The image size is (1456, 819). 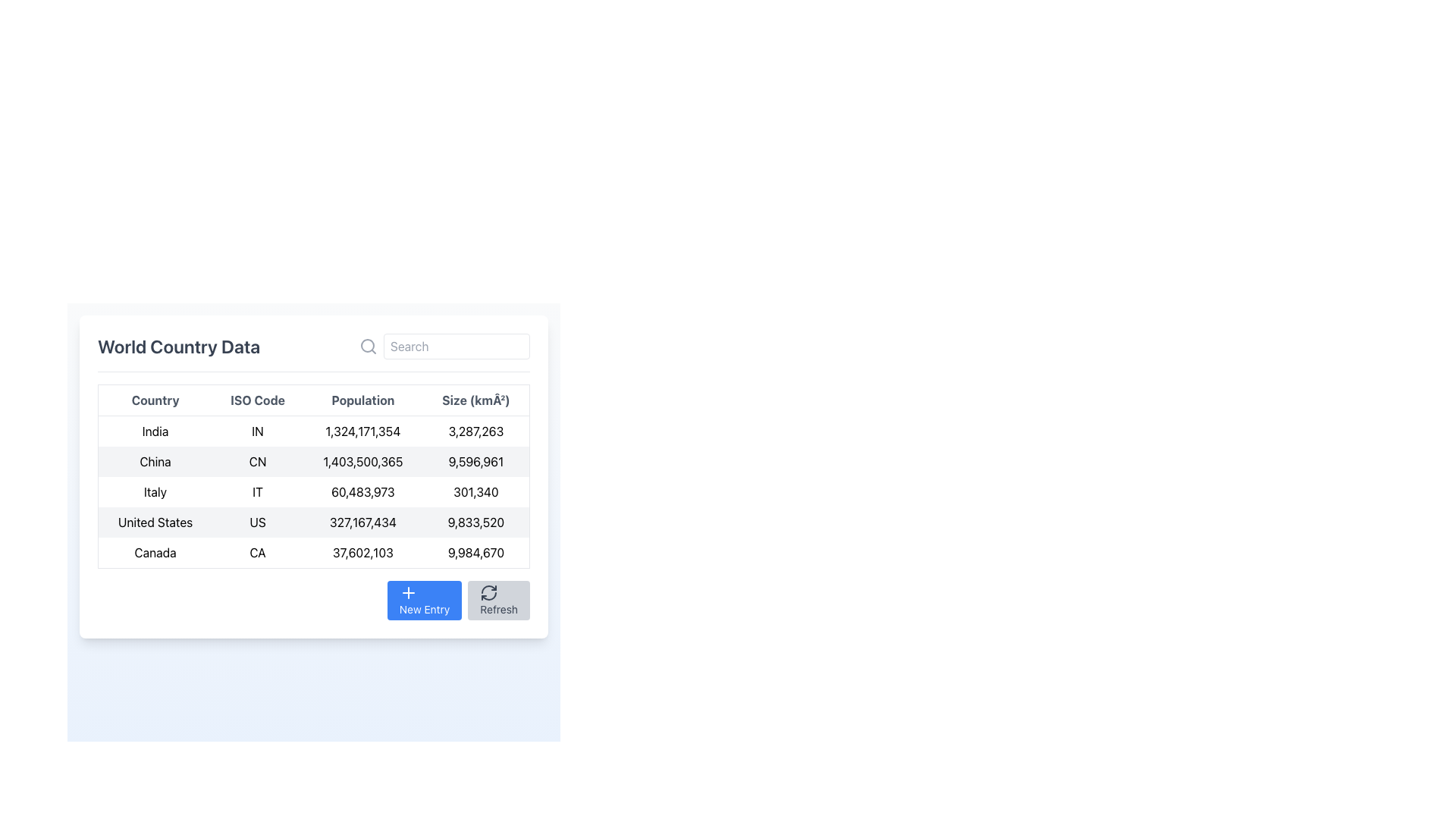 What do you see at coordinates (475, 553) in the screenshot?
I see `the static text label displaying the value '9,984,670' located in the rightmost cell of the row for 'Canada'` at bounding box center [475, 553].